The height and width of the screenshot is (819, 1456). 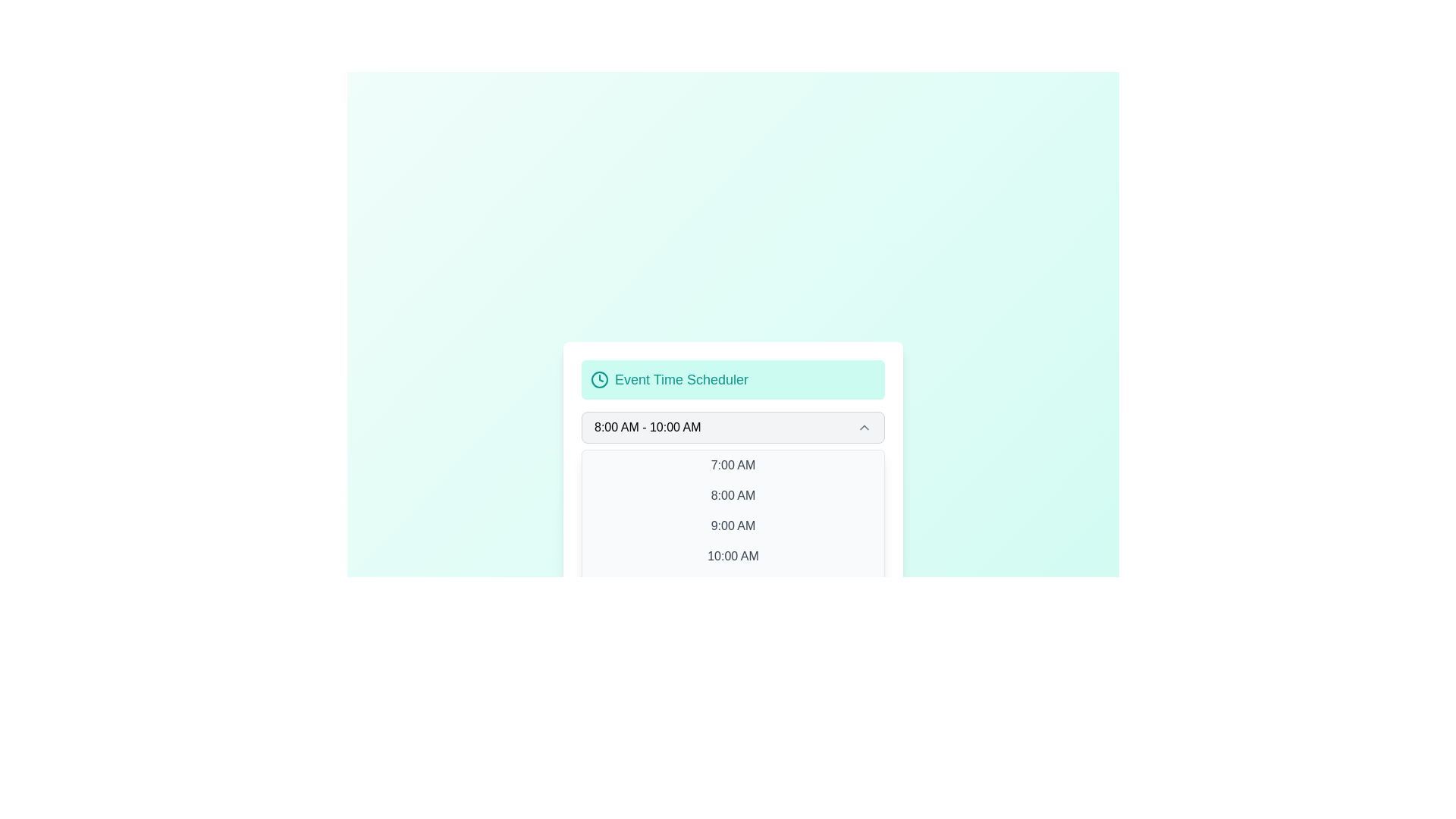 I want to click on the '9:00 AM' option in the dropdown list, so click(x=733, y=526).